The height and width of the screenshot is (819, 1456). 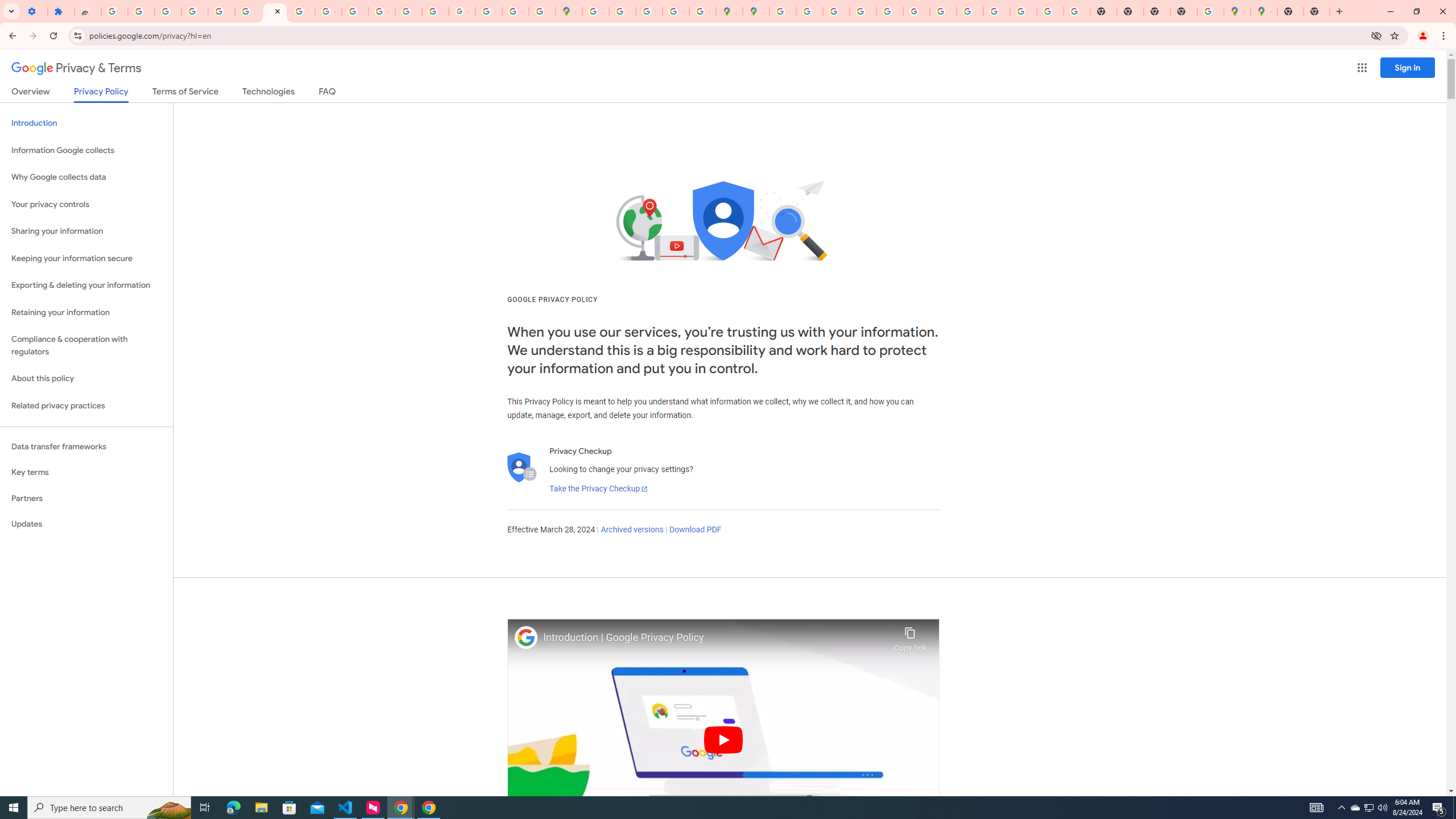 I want to click on 'About this policy', so click(x=86, y=379).